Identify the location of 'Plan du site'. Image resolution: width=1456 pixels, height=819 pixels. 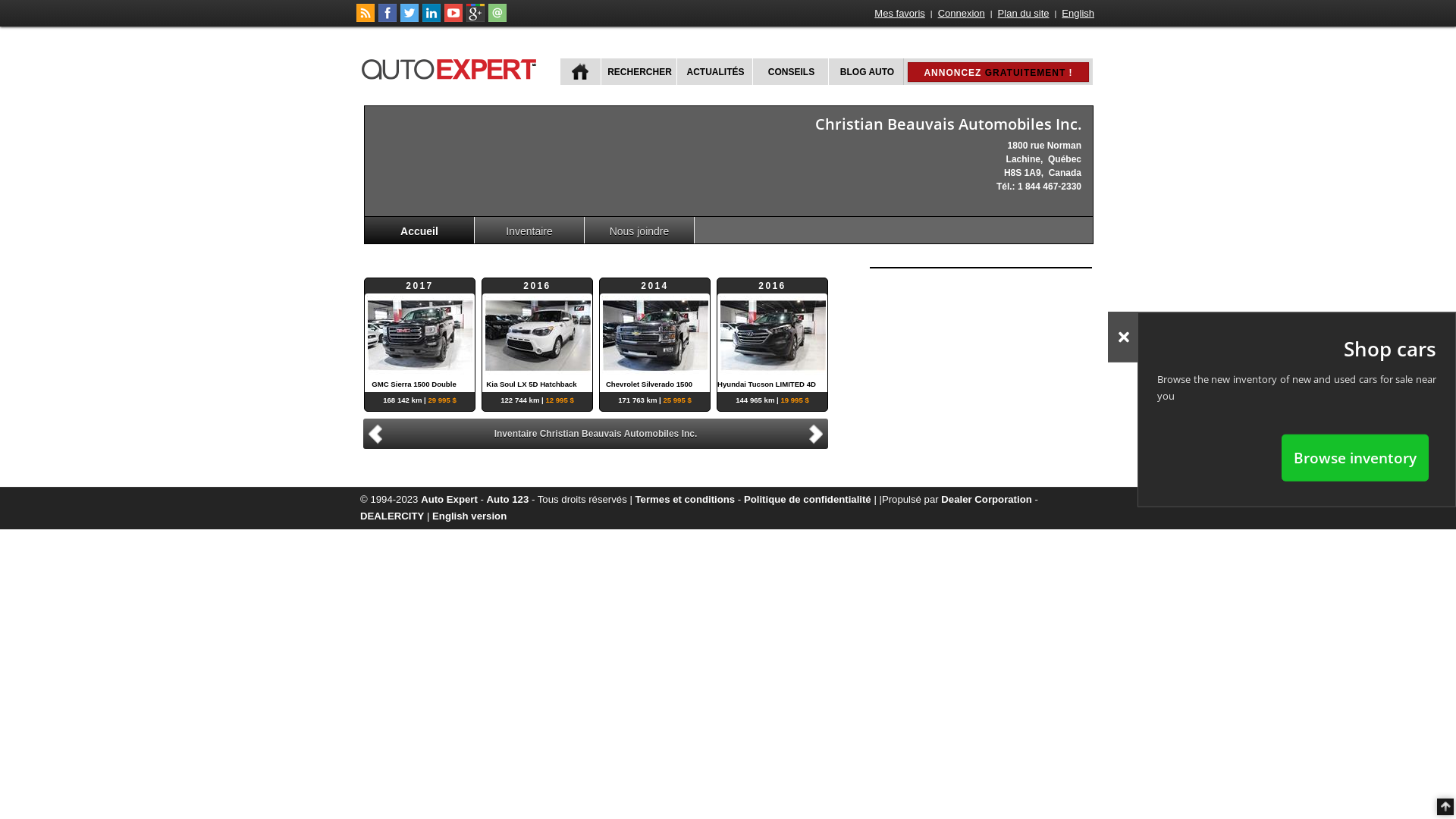
(996, 13).